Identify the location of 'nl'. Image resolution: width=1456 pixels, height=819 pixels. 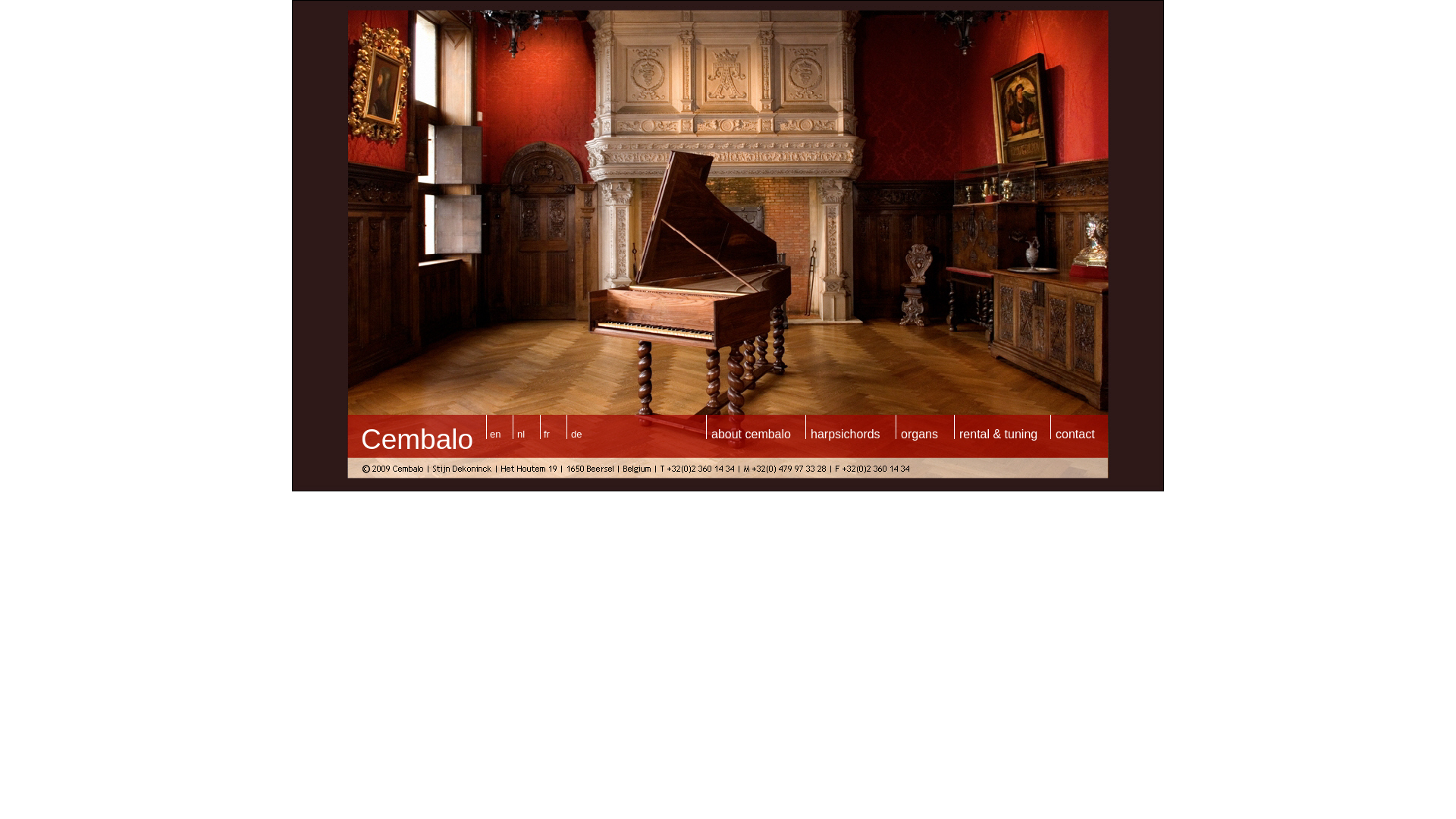
(520, 434).